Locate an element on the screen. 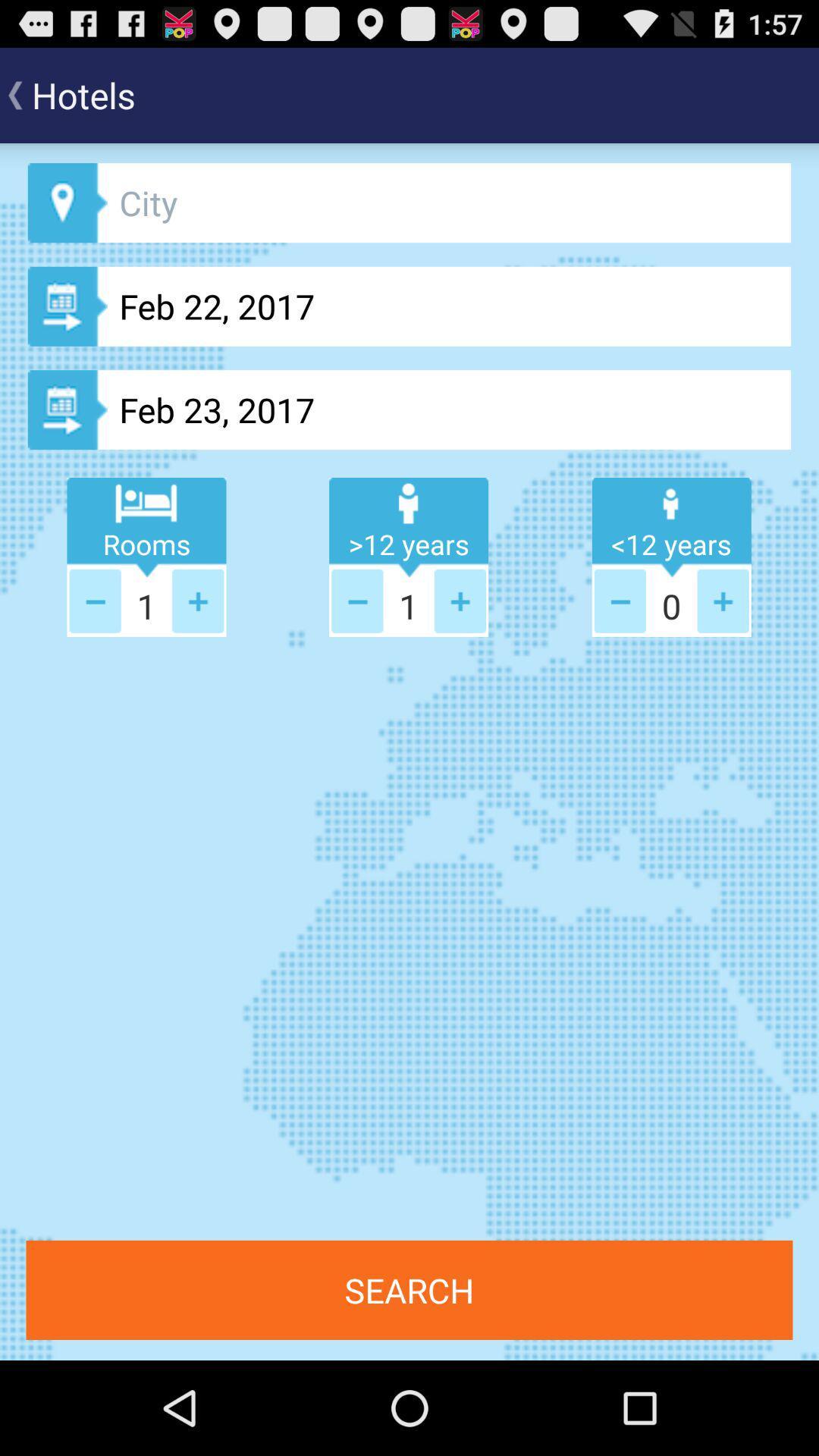 Image resolution: width=819 pixels, height=1456 pixels. reduce is located at coordinates (620, 600).